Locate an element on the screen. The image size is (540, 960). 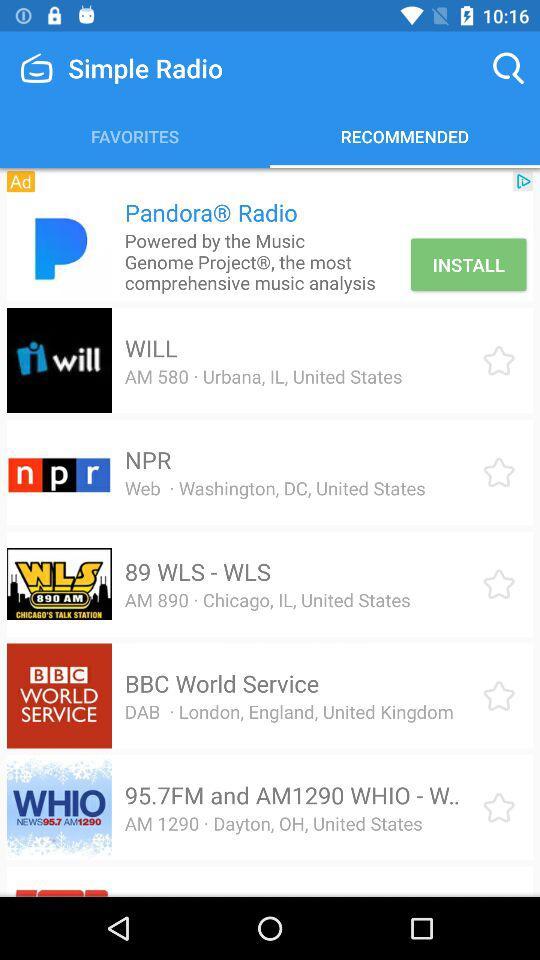
the icon above web washington dc icon is located at coordinates (147, 459).